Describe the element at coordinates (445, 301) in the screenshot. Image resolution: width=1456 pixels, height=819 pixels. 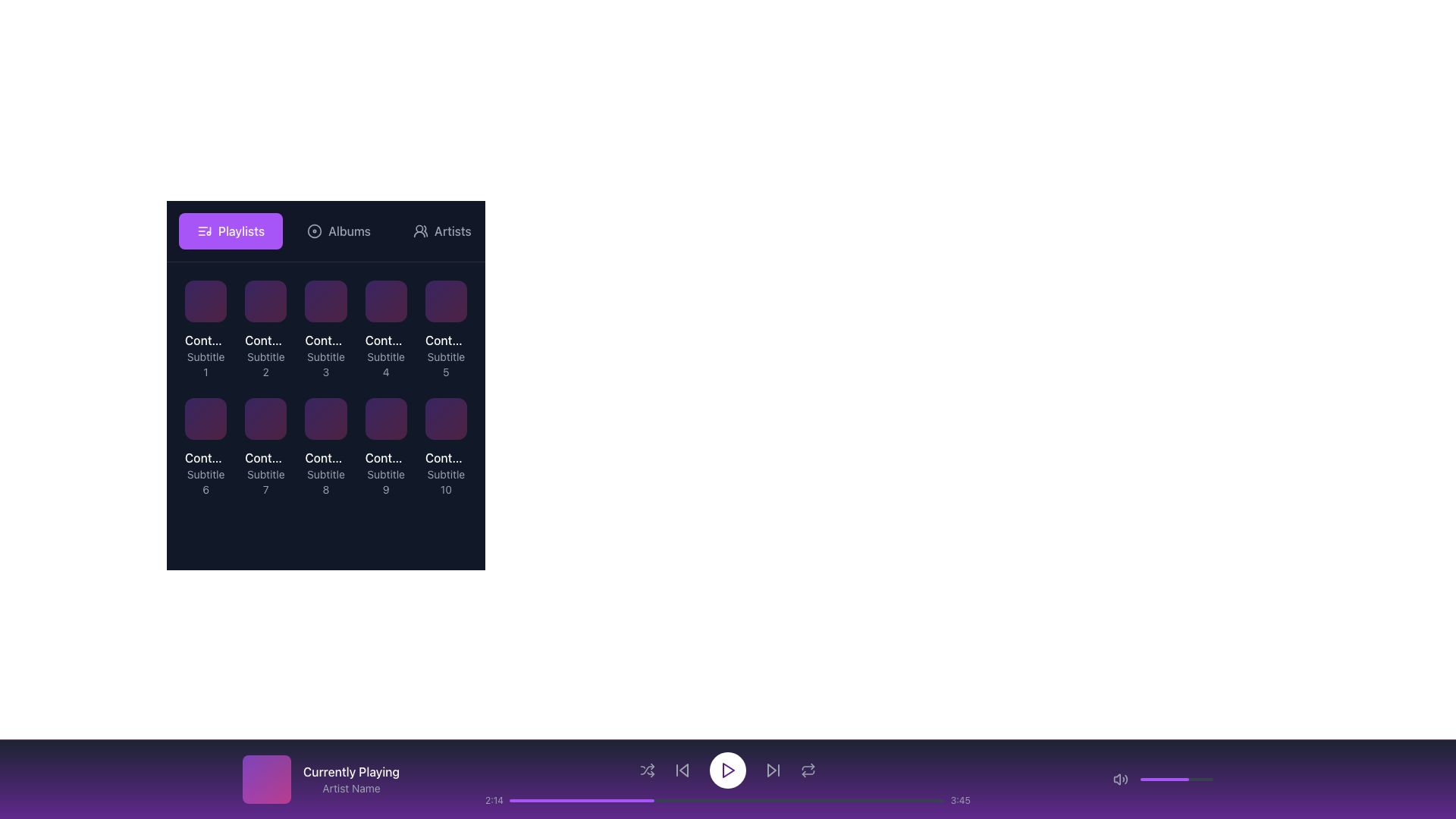
I see `the first item in the second row of the grid layout, which is a square-shaped card with rounded corners and a gradient background transitioning from purple to pink` at that location.